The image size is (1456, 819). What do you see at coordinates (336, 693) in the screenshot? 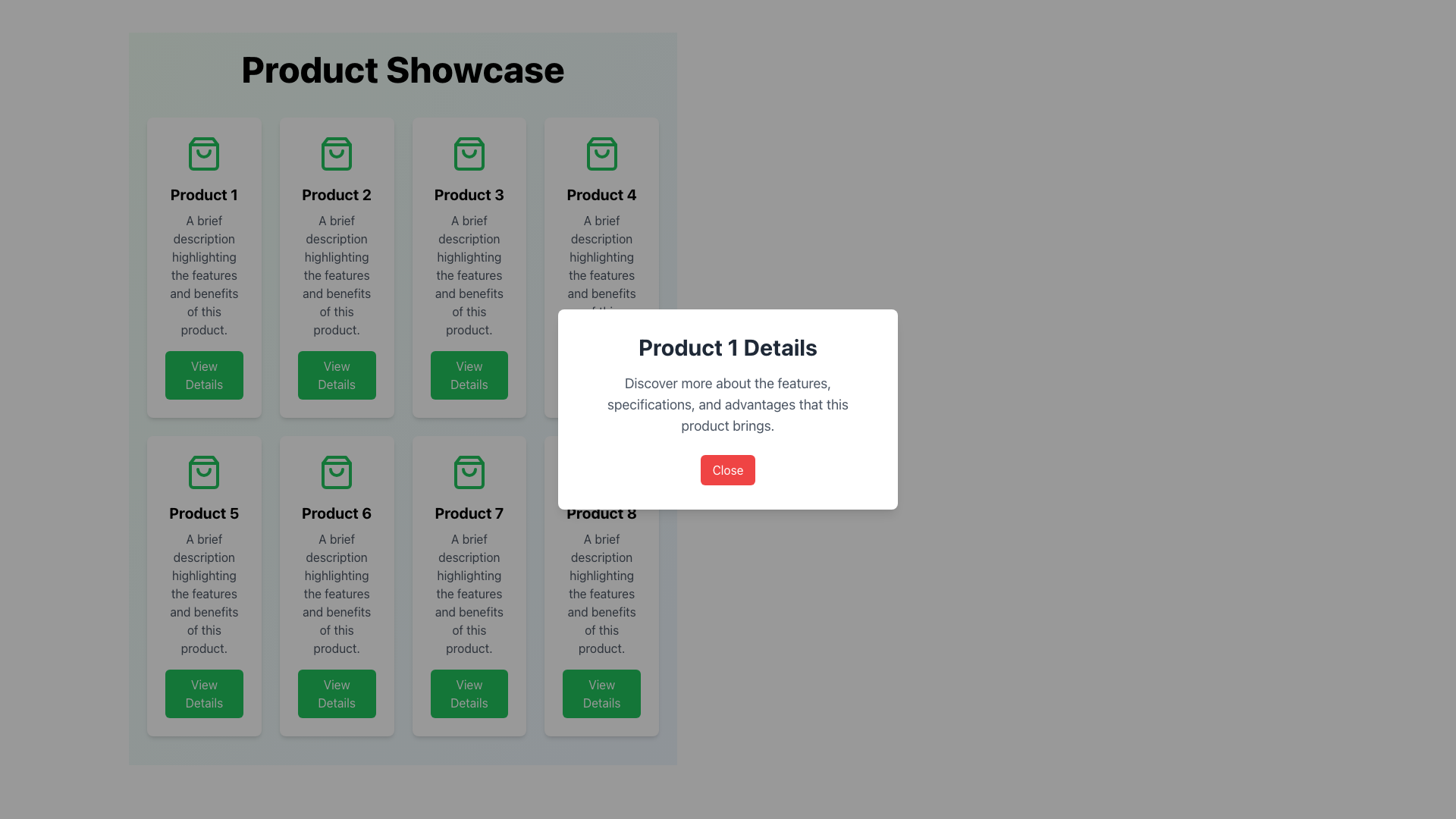
I see `the button located at the bottom center of the 'Product 6' card` at bounding box center [336, 693].